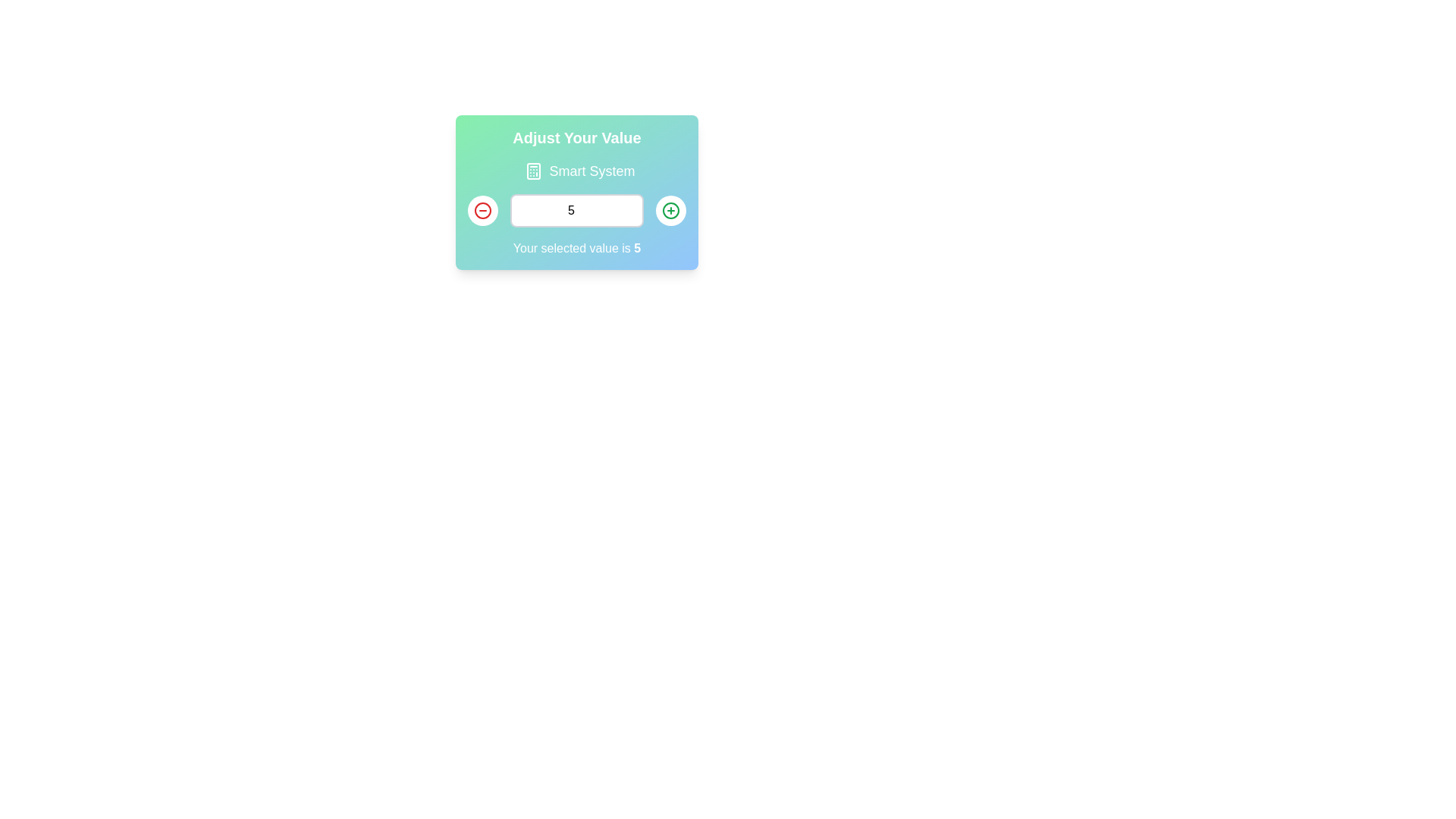 This screenshot has width=1456, height=819. I want to click on the prominent red circular SVG graphical element located centrally within the left-hand circular button of the interface, which is part of a button with an icon, so click(482, 210).